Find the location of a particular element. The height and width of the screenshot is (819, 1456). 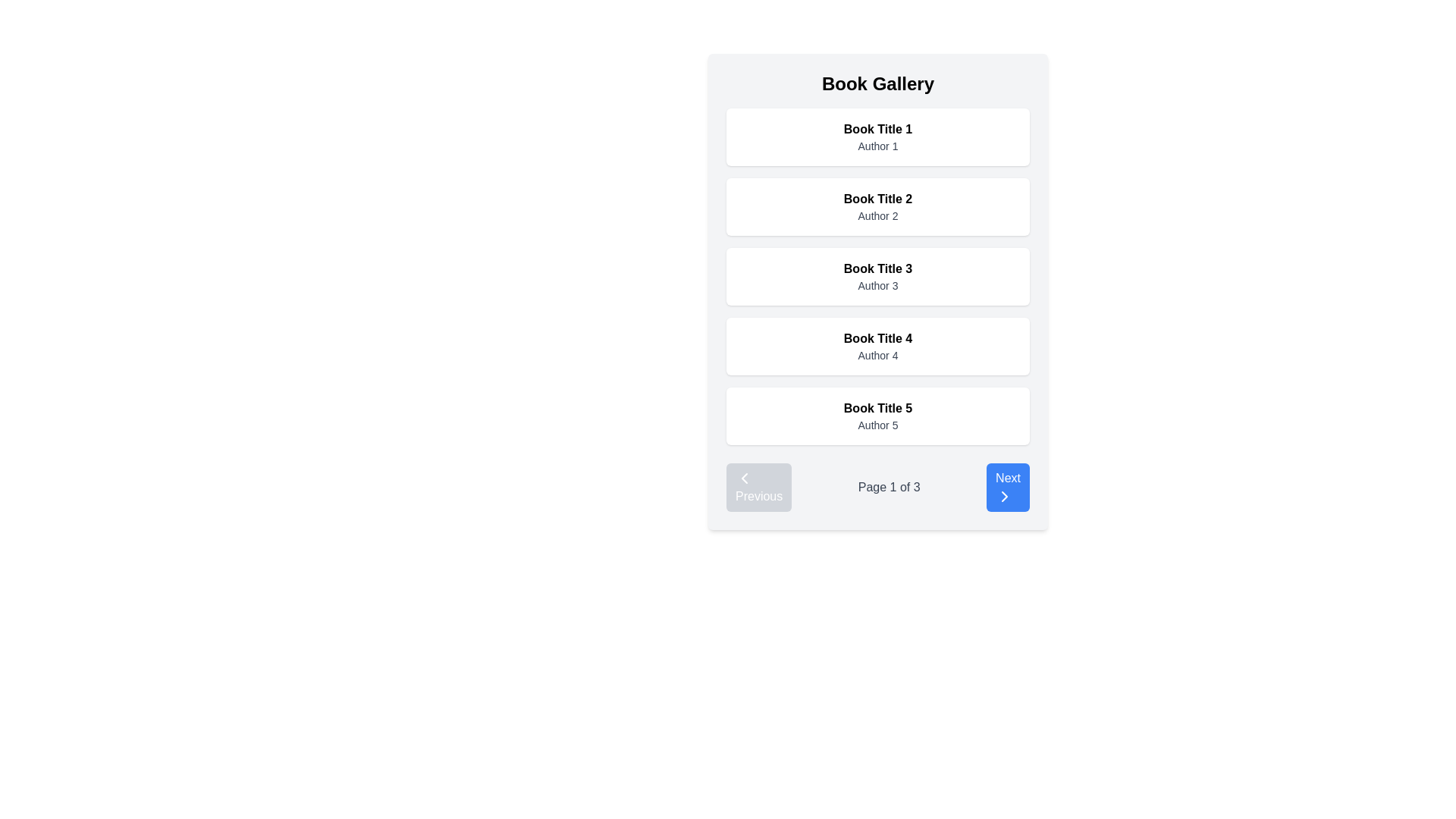

the author information text label for the book 'Book Title 4' located in the fourth card from the top, situated directly underneath the book title is located at coordinates (877, 356).